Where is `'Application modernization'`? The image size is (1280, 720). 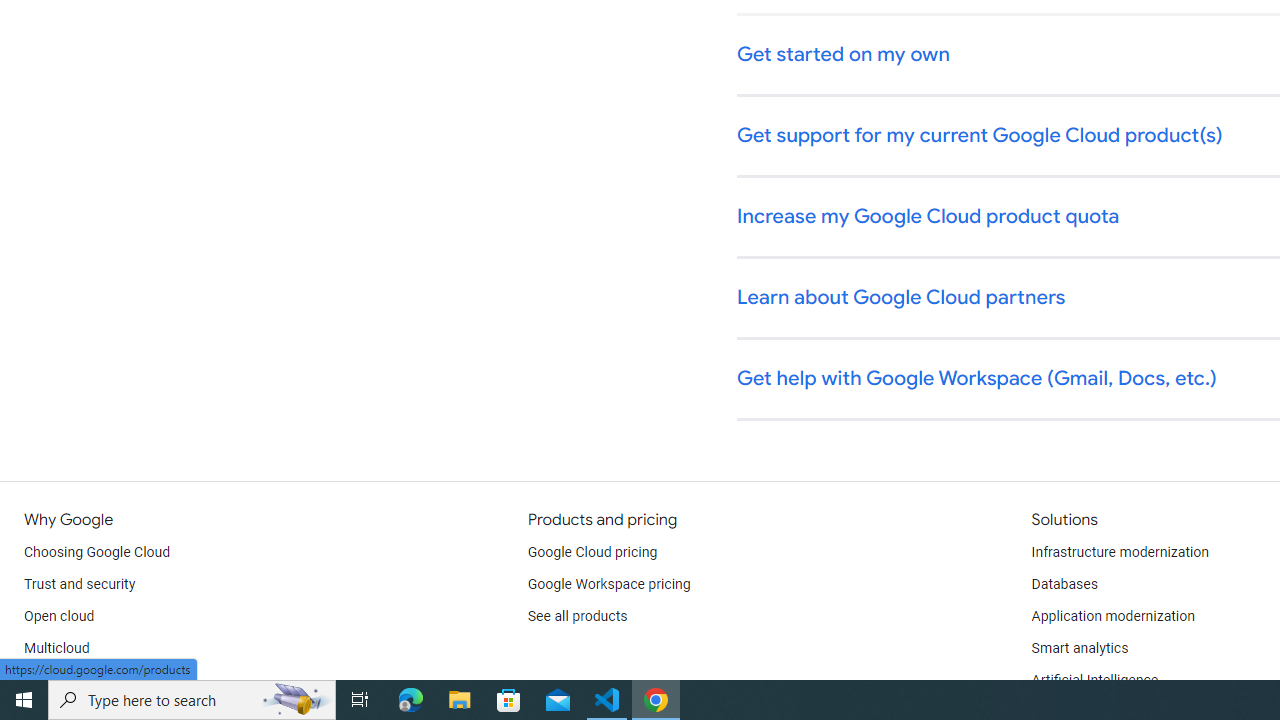
'Application modernization' is located at coordinates (1111, 616).